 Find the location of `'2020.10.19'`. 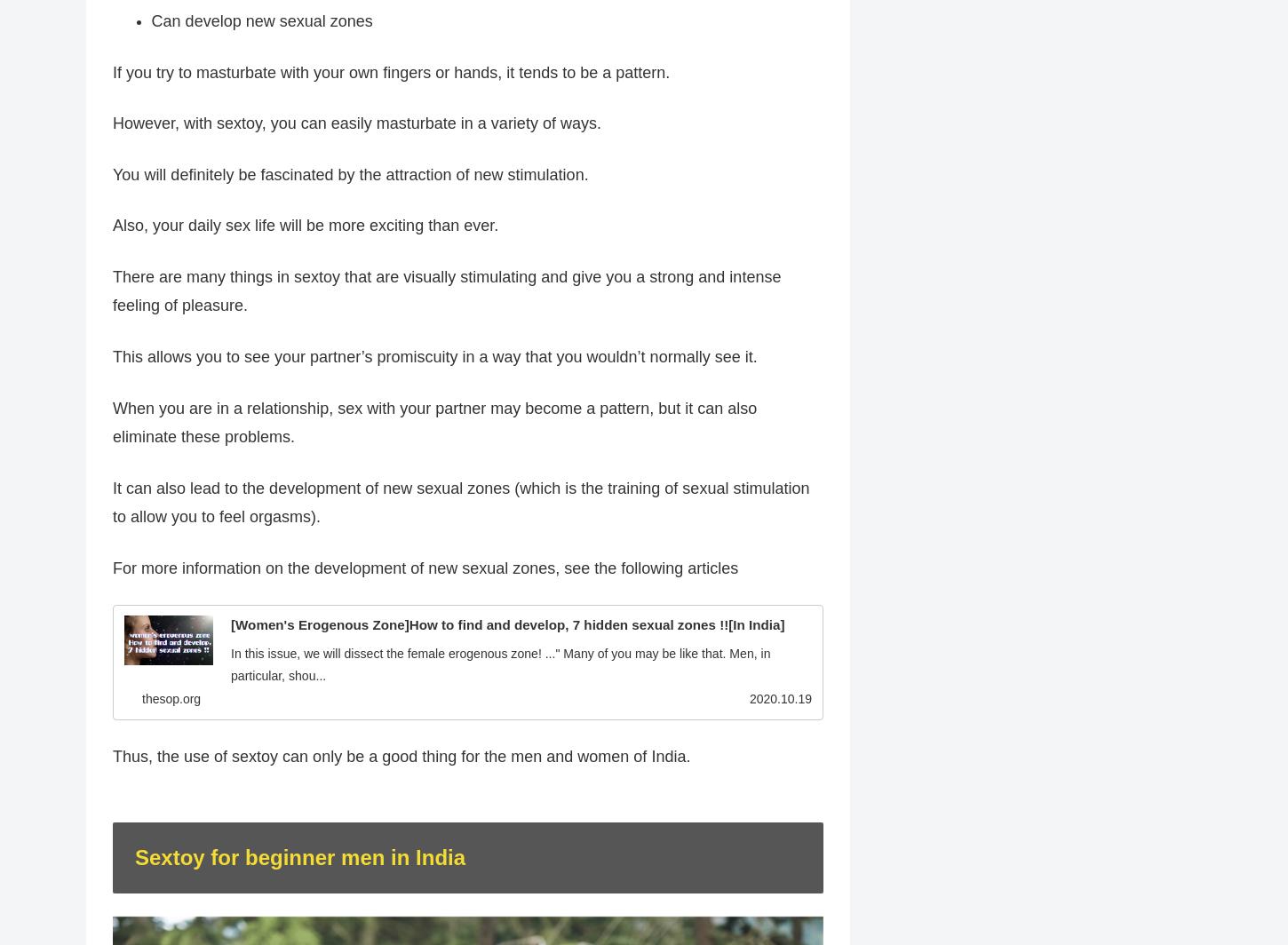

'2020.10.19' is located at coordinates (779, 699).